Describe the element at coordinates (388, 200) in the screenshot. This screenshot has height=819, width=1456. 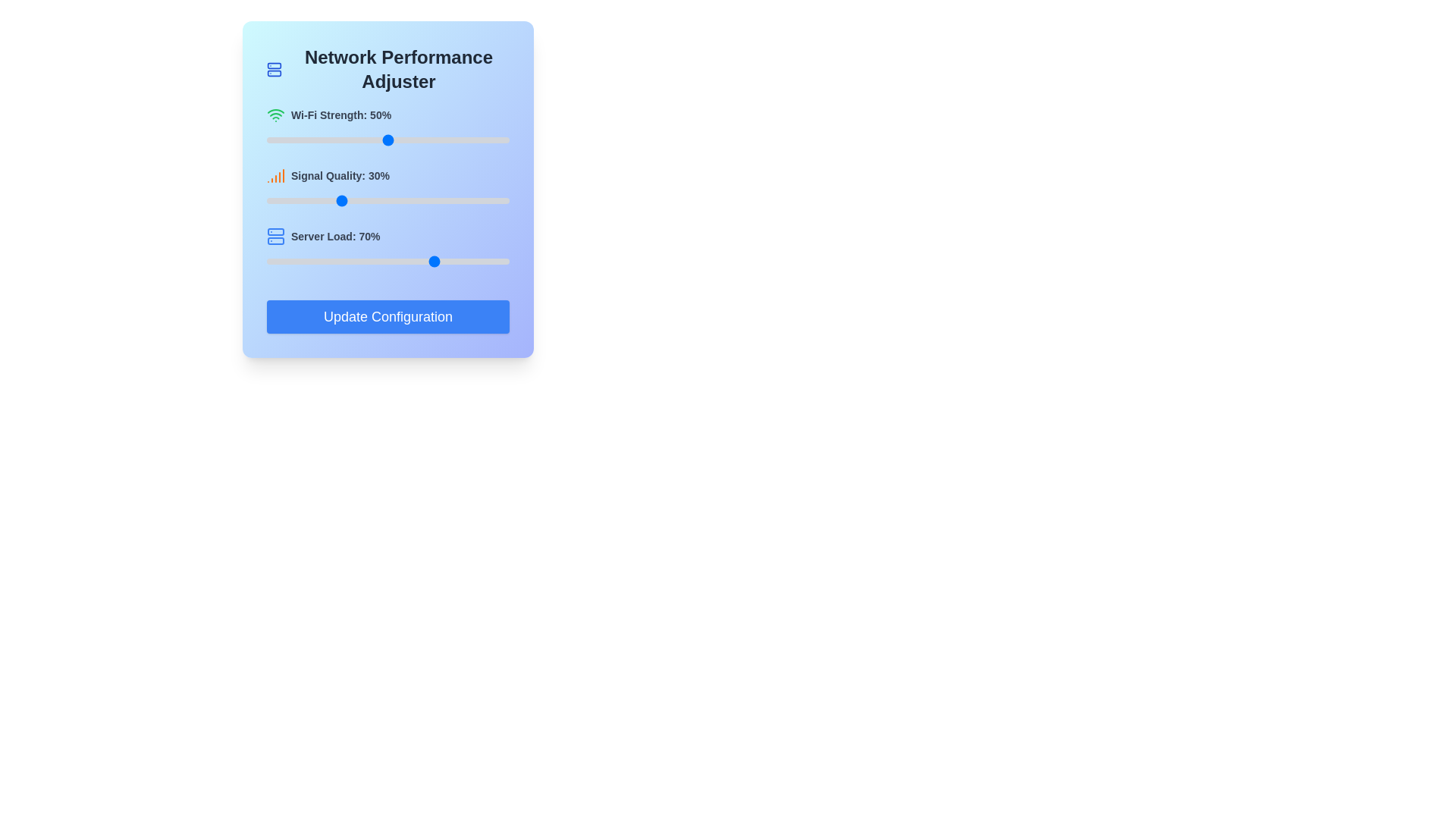
I see `the bar of the slider located below the label 'Signal Quality: 30%' to move the blue circular knob` at that location.